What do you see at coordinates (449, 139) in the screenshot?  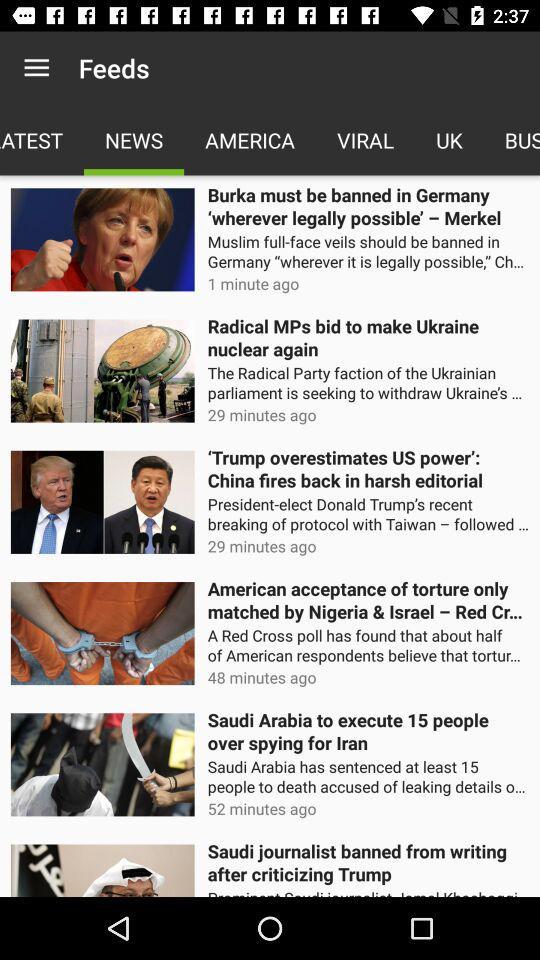 I see `the app next to the business` at bounding box center [449, 139].